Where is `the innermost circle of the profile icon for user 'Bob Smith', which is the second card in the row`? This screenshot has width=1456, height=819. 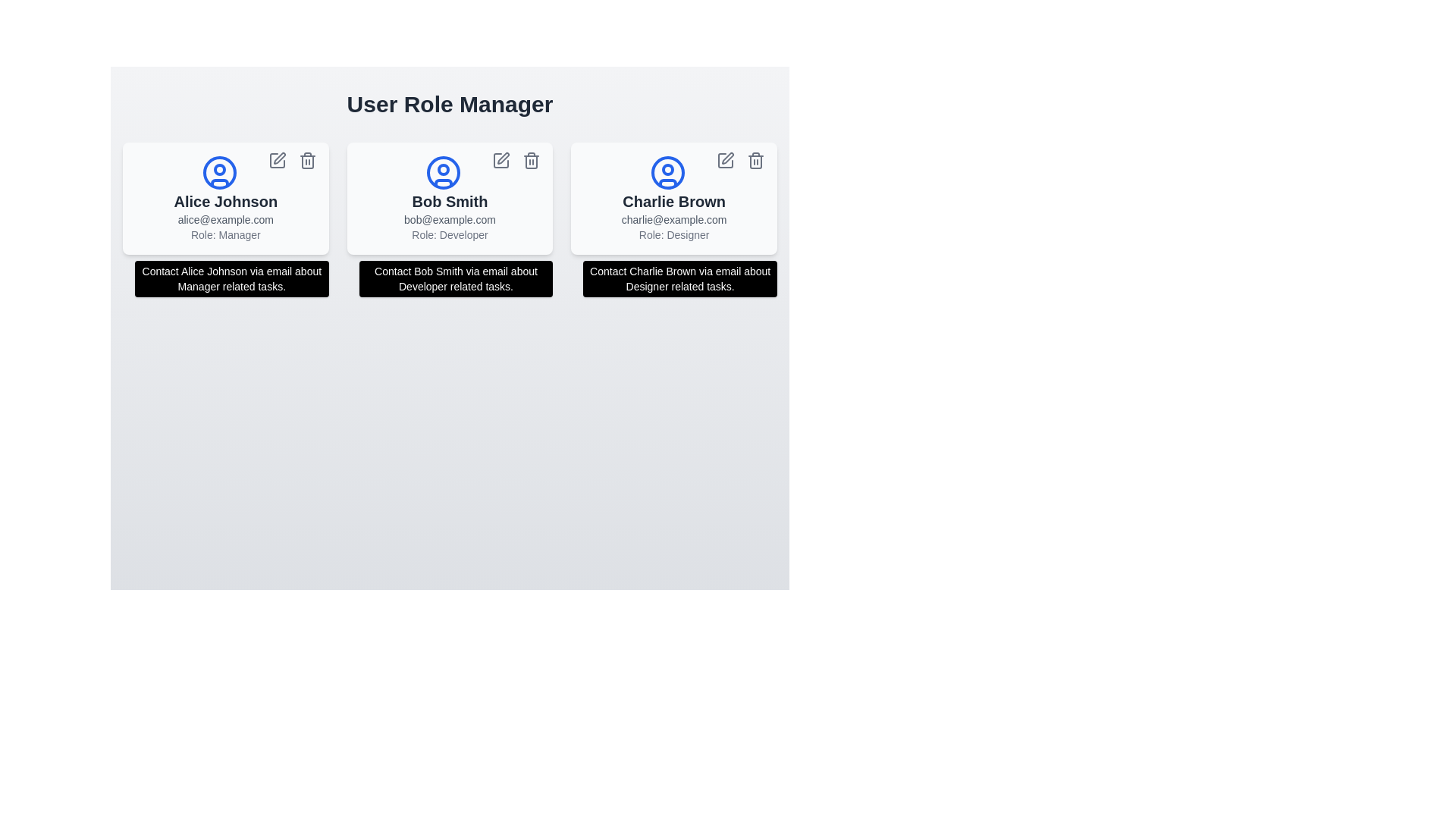 the innermost circle of the profile icon for user 'Bob Smith', which is the second card in the row is located at coordinates (443, 171).